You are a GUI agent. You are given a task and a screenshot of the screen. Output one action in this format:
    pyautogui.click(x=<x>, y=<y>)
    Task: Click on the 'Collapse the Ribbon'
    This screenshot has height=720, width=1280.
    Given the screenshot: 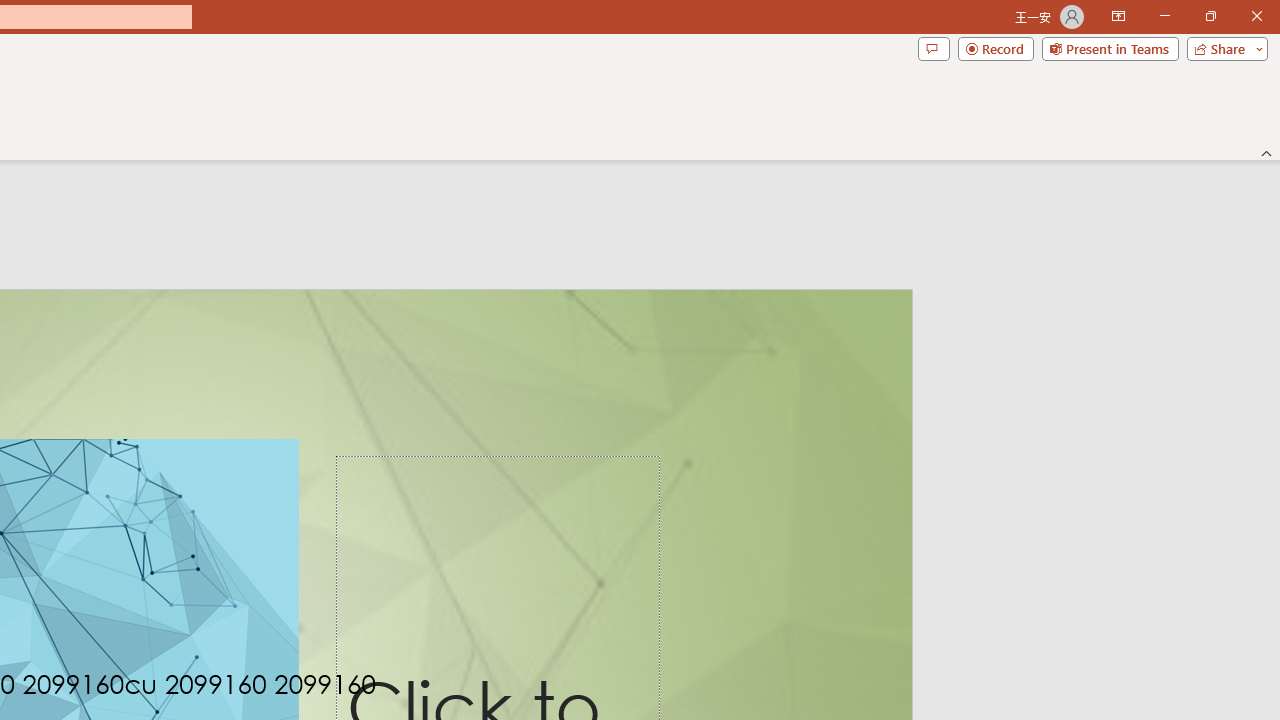 What is the action you would take?
    pyautogui.click(x=1266, y=152)
    